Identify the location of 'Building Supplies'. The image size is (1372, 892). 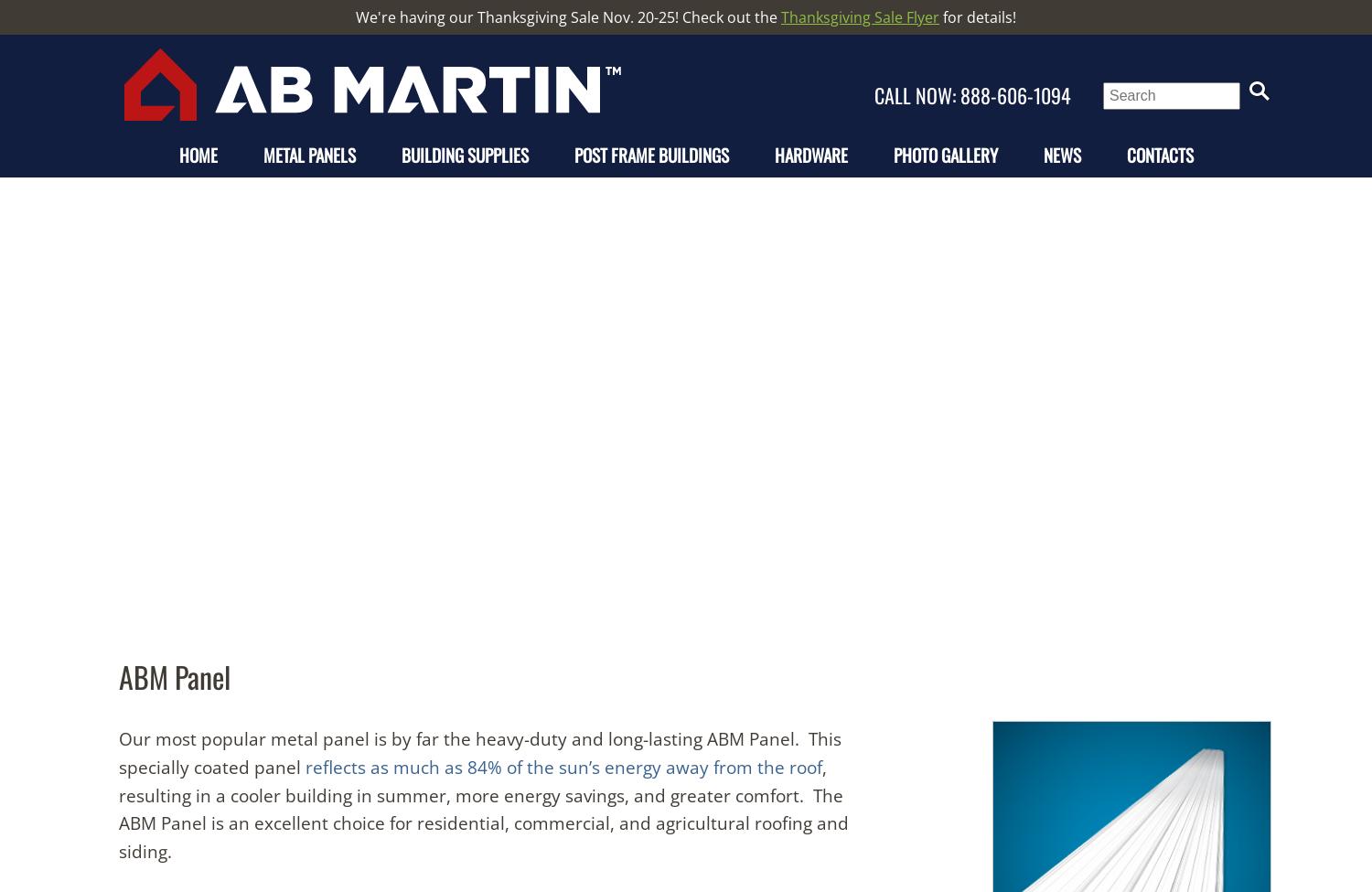
(464, 154).